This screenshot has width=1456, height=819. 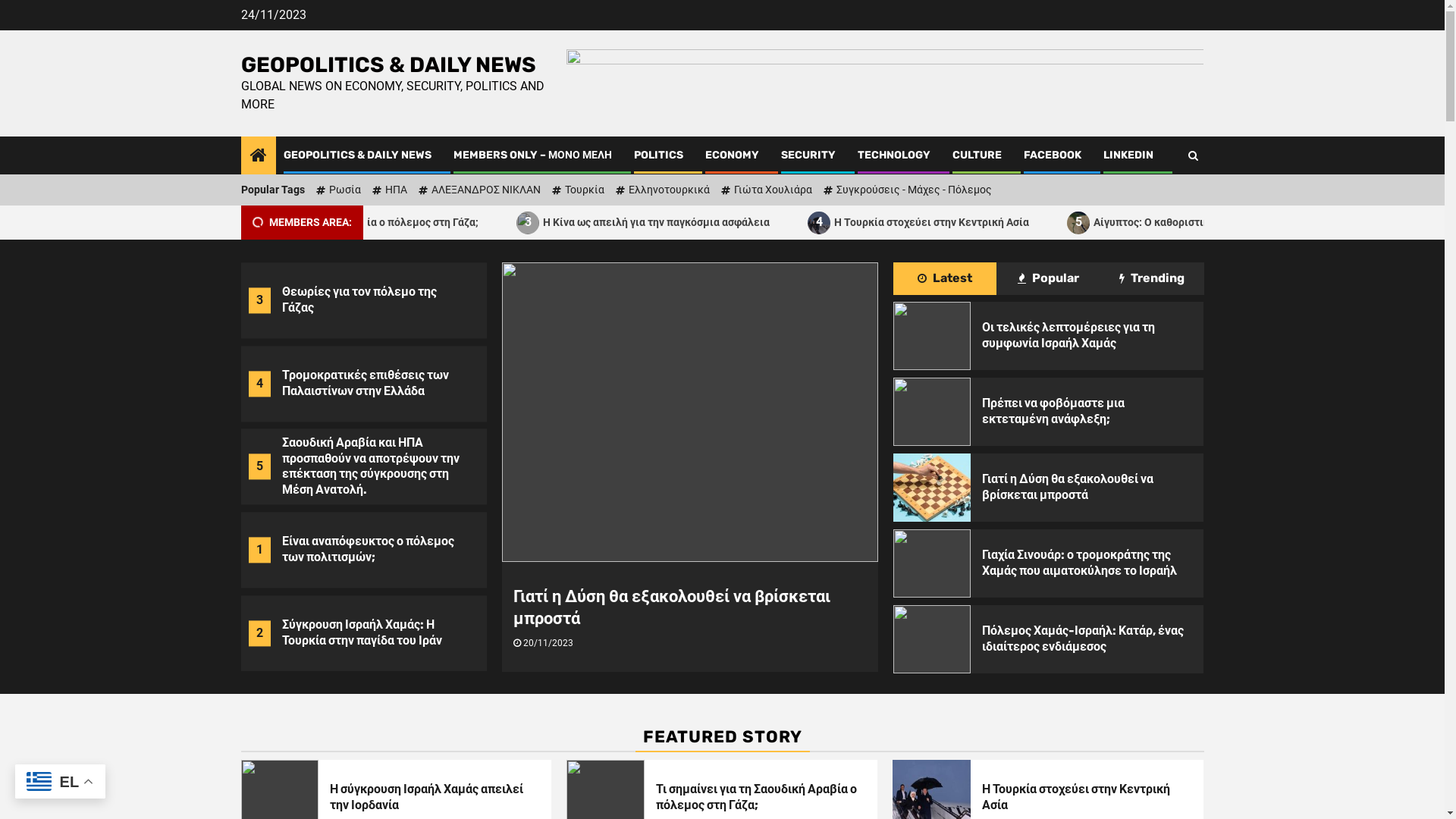 I want to click on 'Trending', so click(x=1152, y=278).